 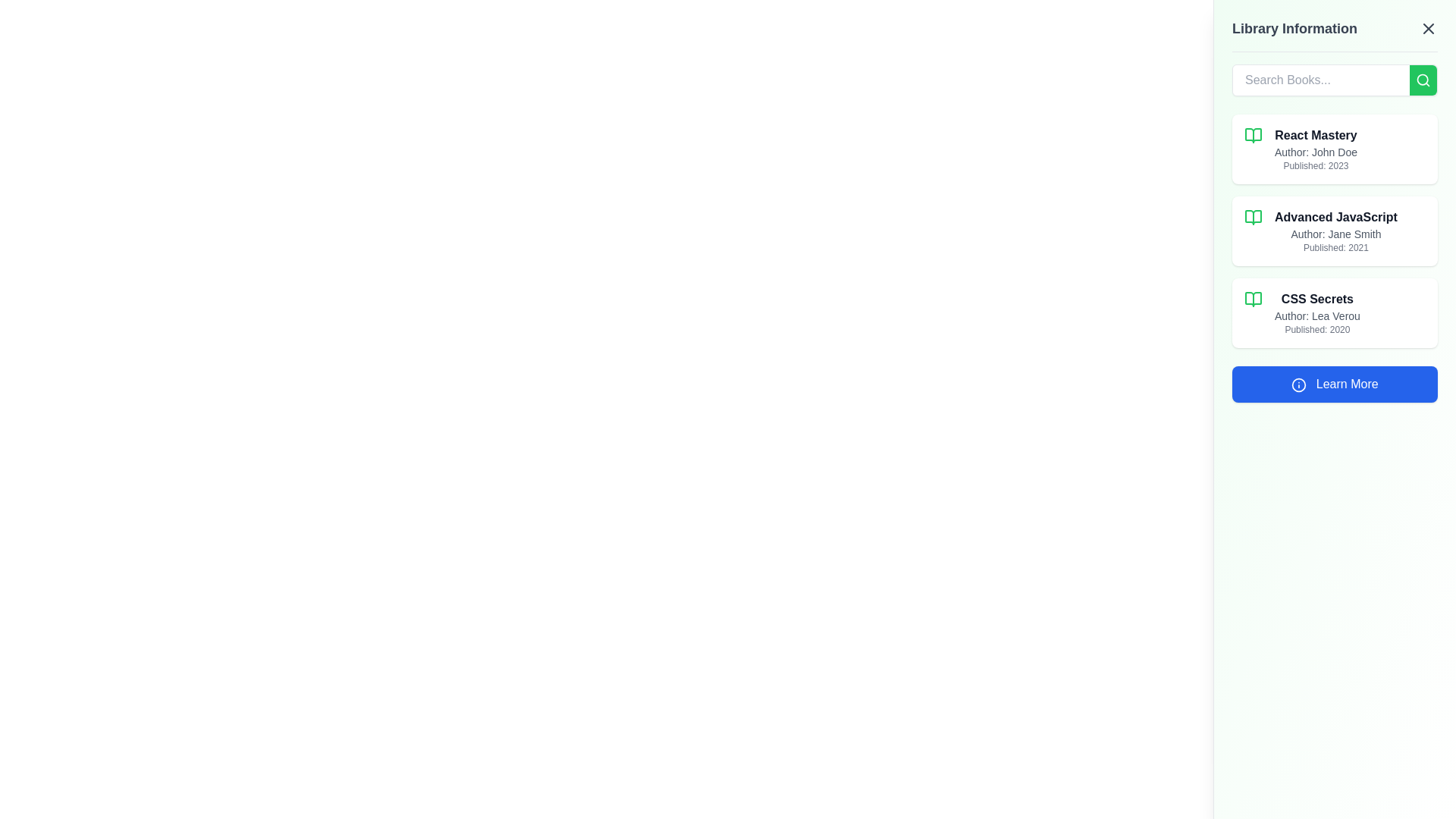 What do you see at coordinates (1335, 217) in the screenshot?
I see `text content of the book title label located in the second position of the list in the right panel` at bounding box center [1335, 217].